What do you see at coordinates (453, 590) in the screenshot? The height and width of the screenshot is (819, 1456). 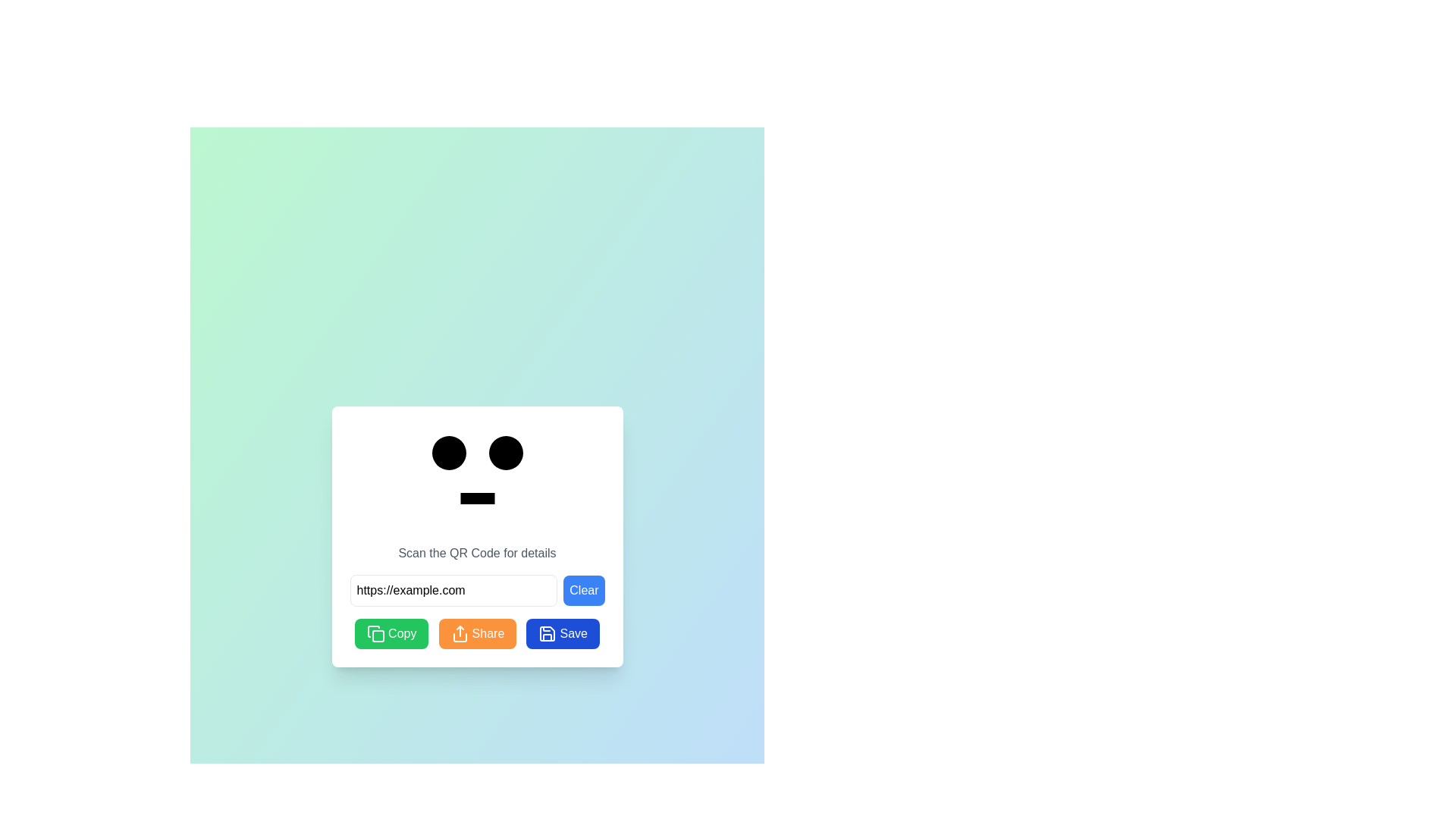 I see `the text input field with placeholder 'Enter URL here' to focus on it` at bounding box center [453, 590].